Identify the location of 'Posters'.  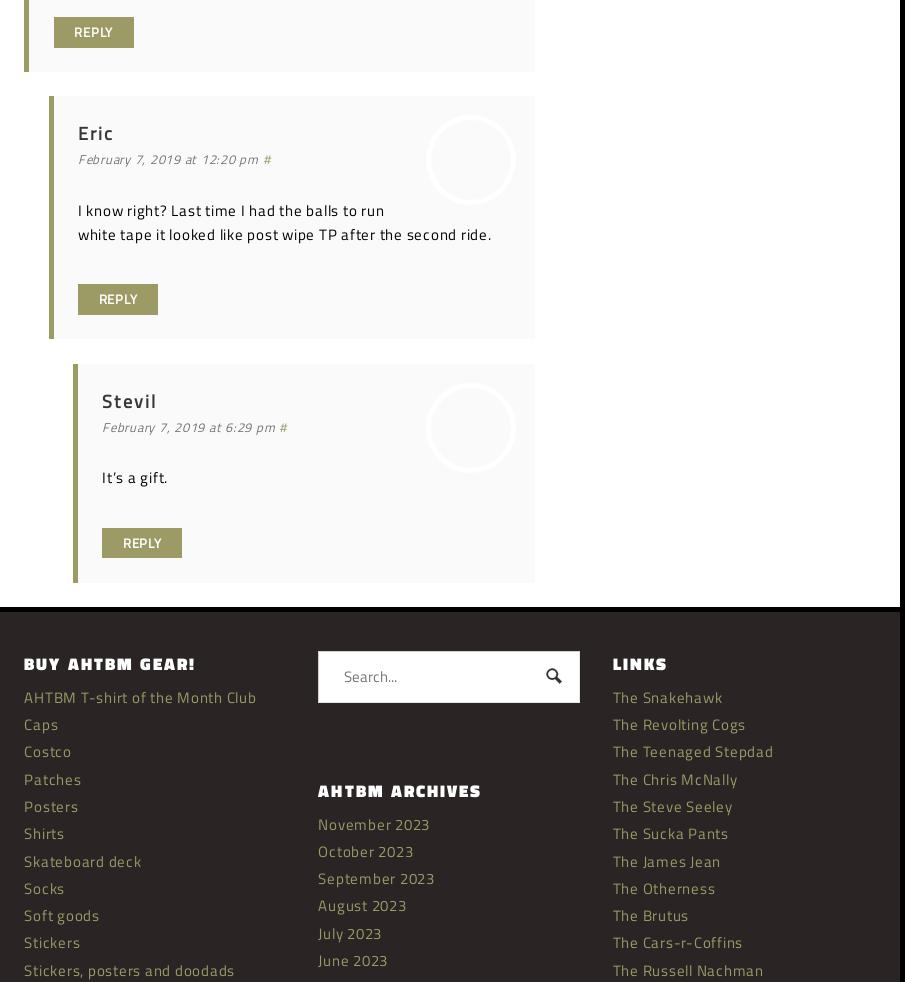
(22, 805).